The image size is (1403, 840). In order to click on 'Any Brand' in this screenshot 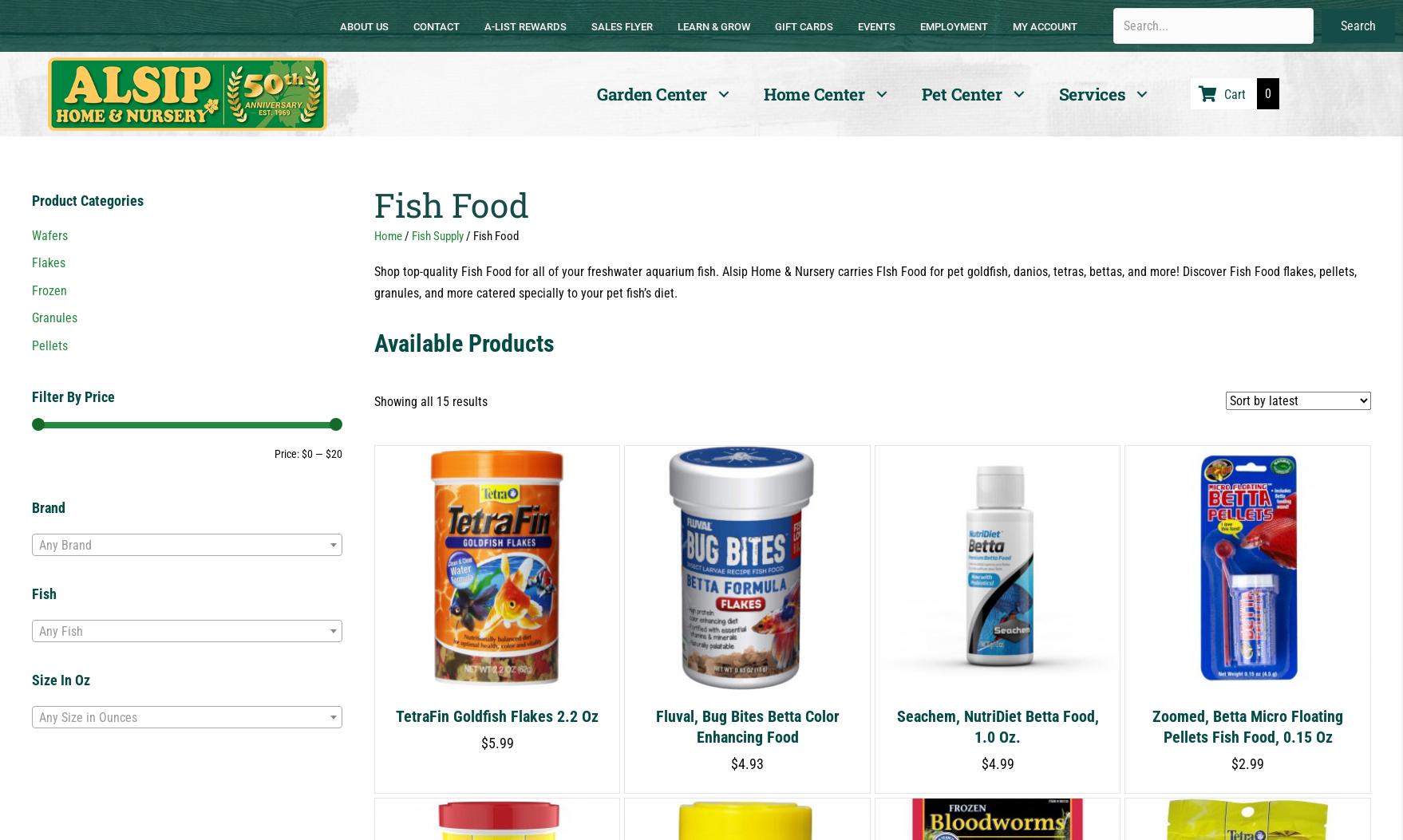, I will do `click(65, 545)`.